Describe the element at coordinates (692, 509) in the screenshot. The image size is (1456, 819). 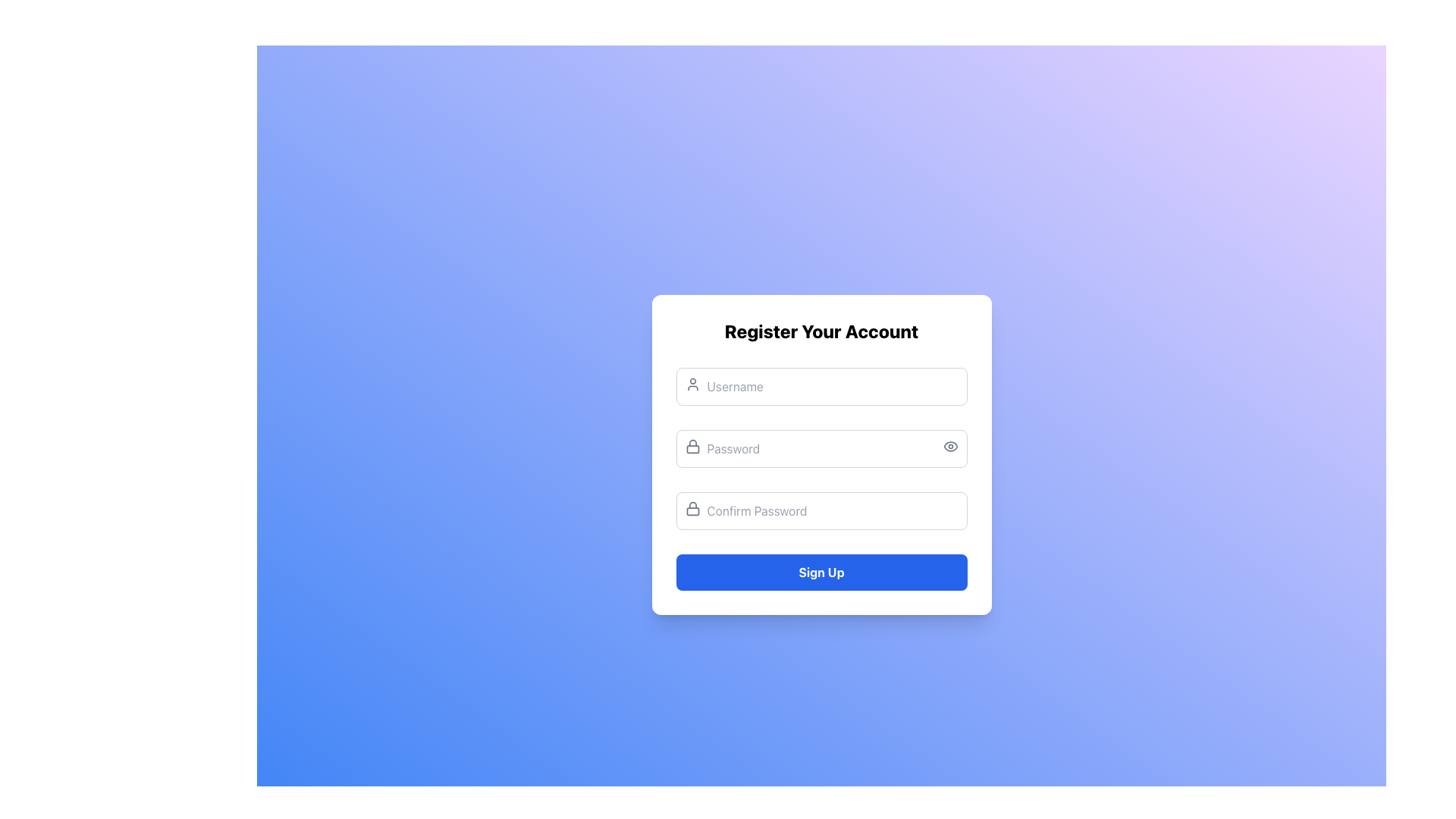
I see `the small lock icon located in the 'Confirm Password' field, which is styled with a thin outline and appears in light gray, indicating it is a decorative label` at that location.